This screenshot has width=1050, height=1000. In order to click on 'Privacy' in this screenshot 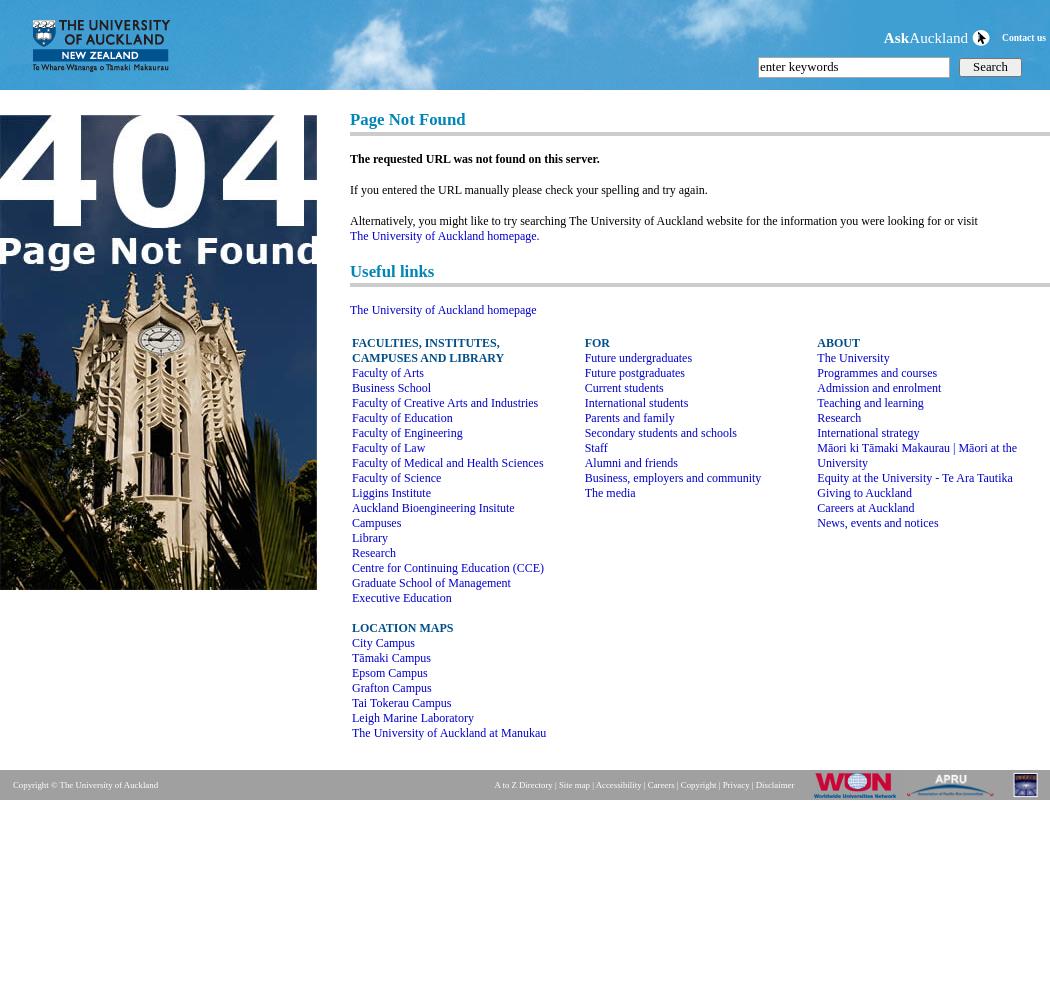, I will do `click(734, 785)`.